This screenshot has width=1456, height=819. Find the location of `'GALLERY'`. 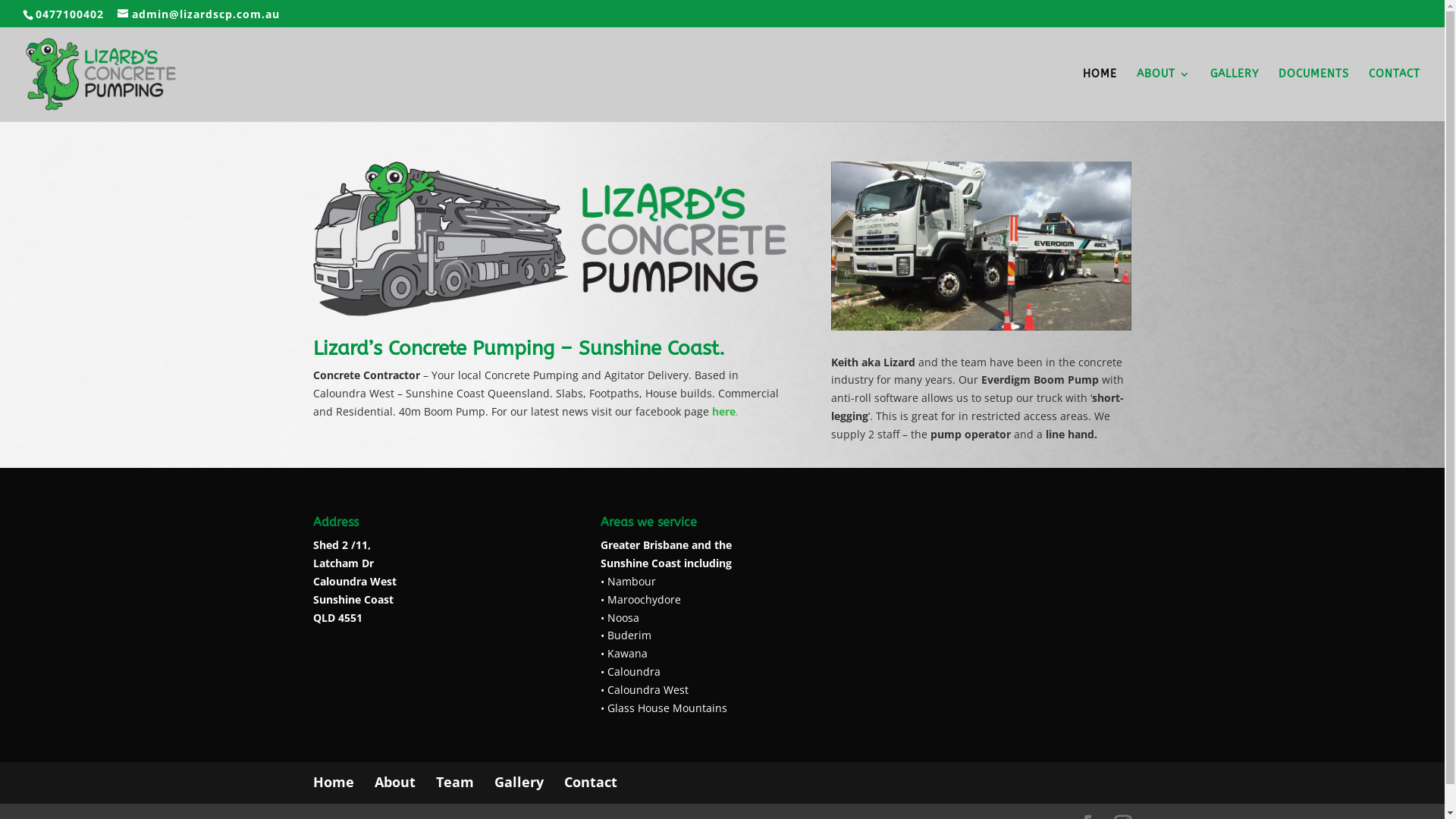

'GALLERY' is located at coordinates (1234, 95).